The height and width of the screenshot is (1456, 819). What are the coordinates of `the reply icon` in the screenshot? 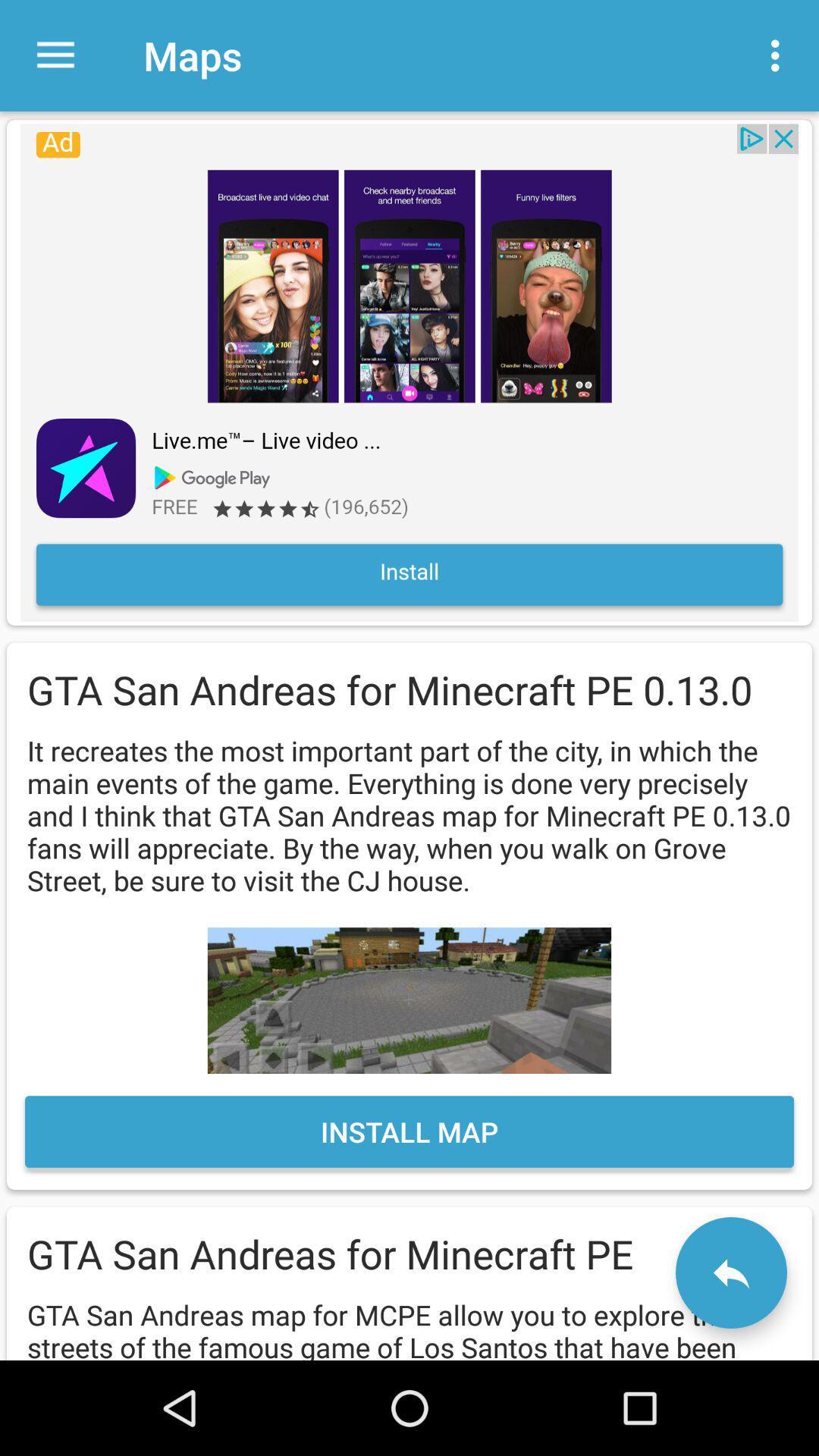 It's located at (730, 1272).